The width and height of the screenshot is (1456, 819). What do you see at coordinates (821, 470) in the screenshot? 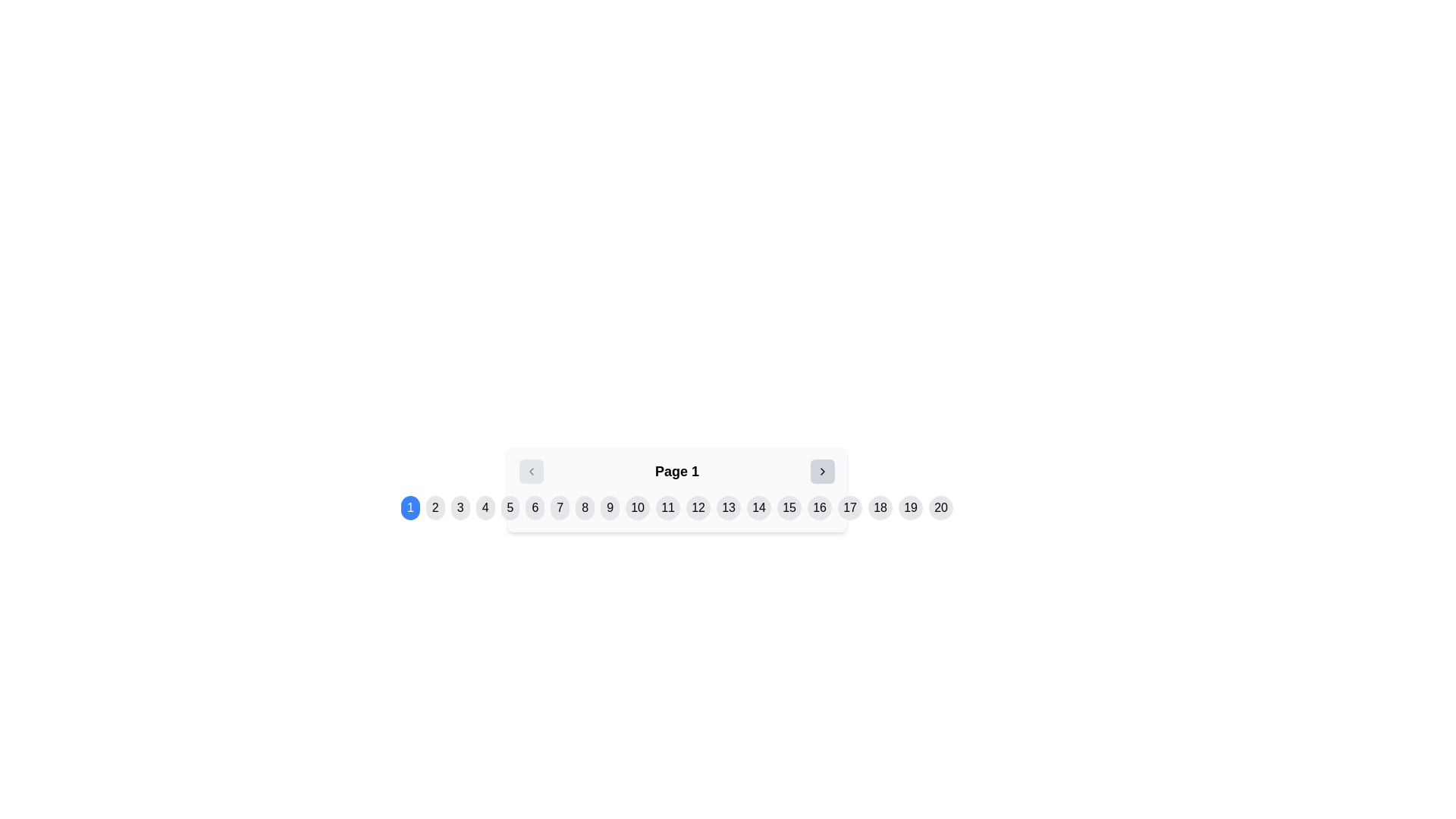
I see `the small right-pointing arrow button with a black stroke, located to the right of the 'Page 1' label in the pagination control` at bounding box center [821, 470].